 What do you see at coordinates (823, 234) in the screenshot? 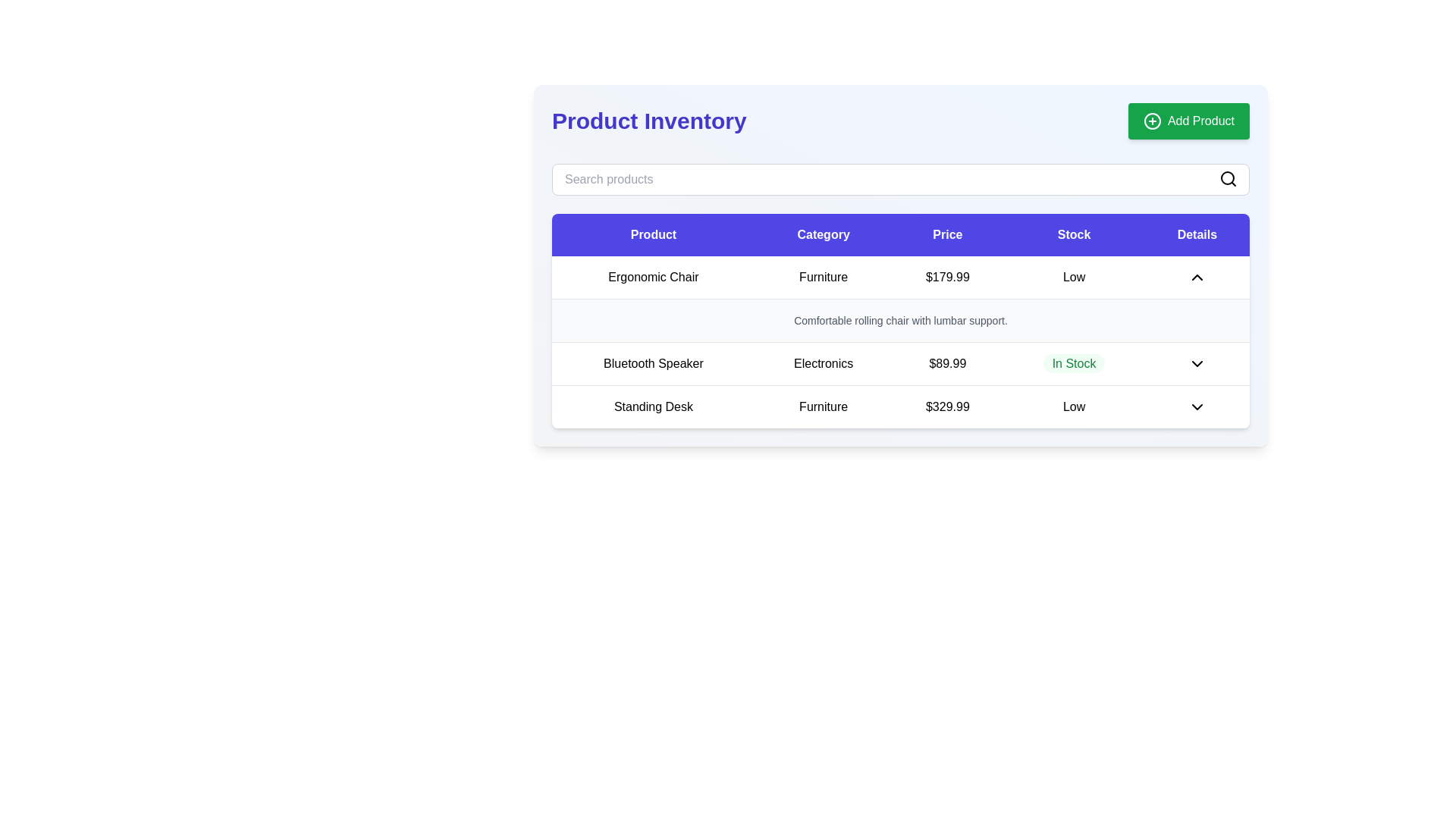
I see `the 'Category' column header, which is styled white on a purple background and is the second column in the table header` at bounding box center [823, 234].